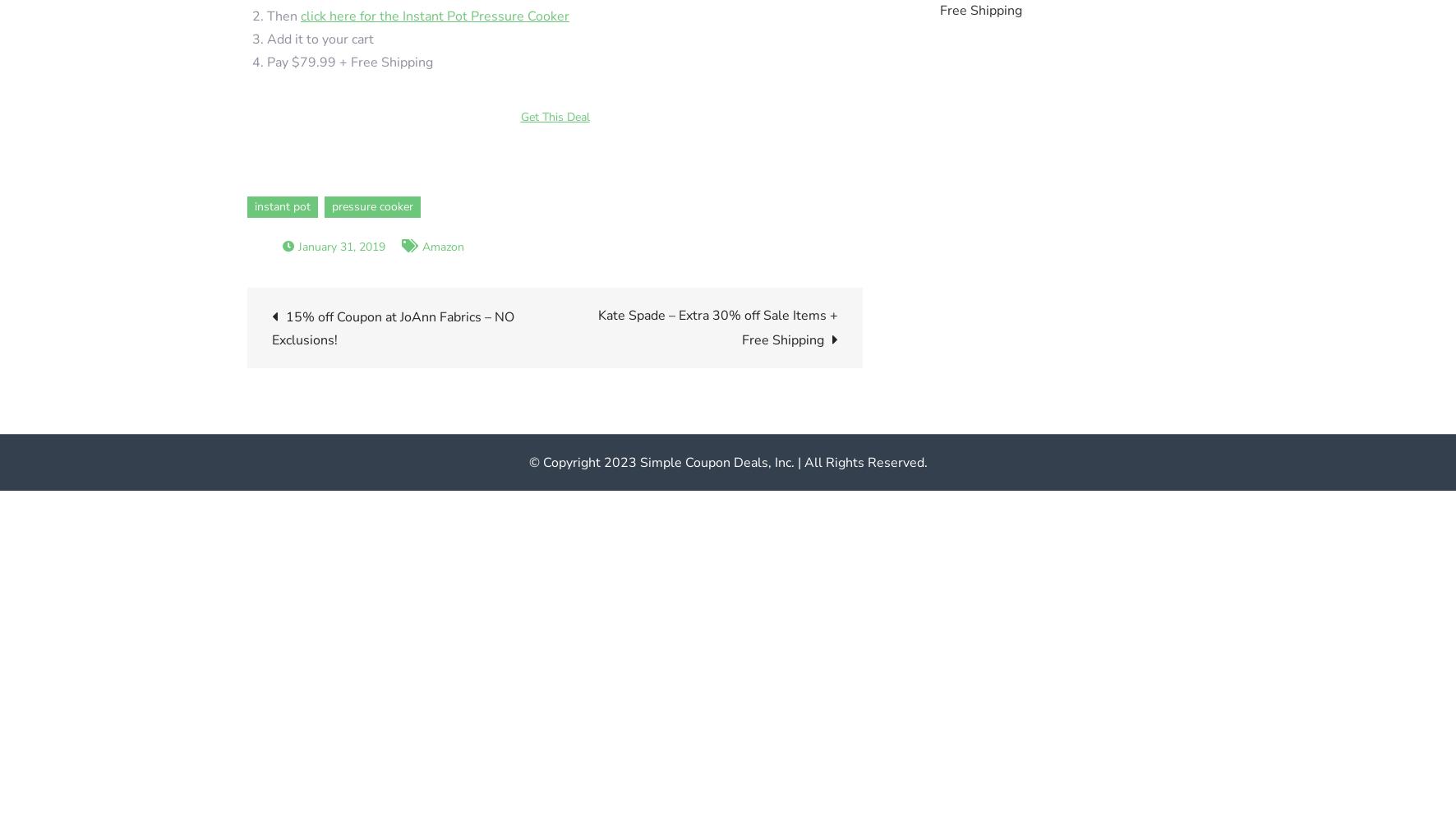  I want to click on 'instant pot', so click(282, 206).